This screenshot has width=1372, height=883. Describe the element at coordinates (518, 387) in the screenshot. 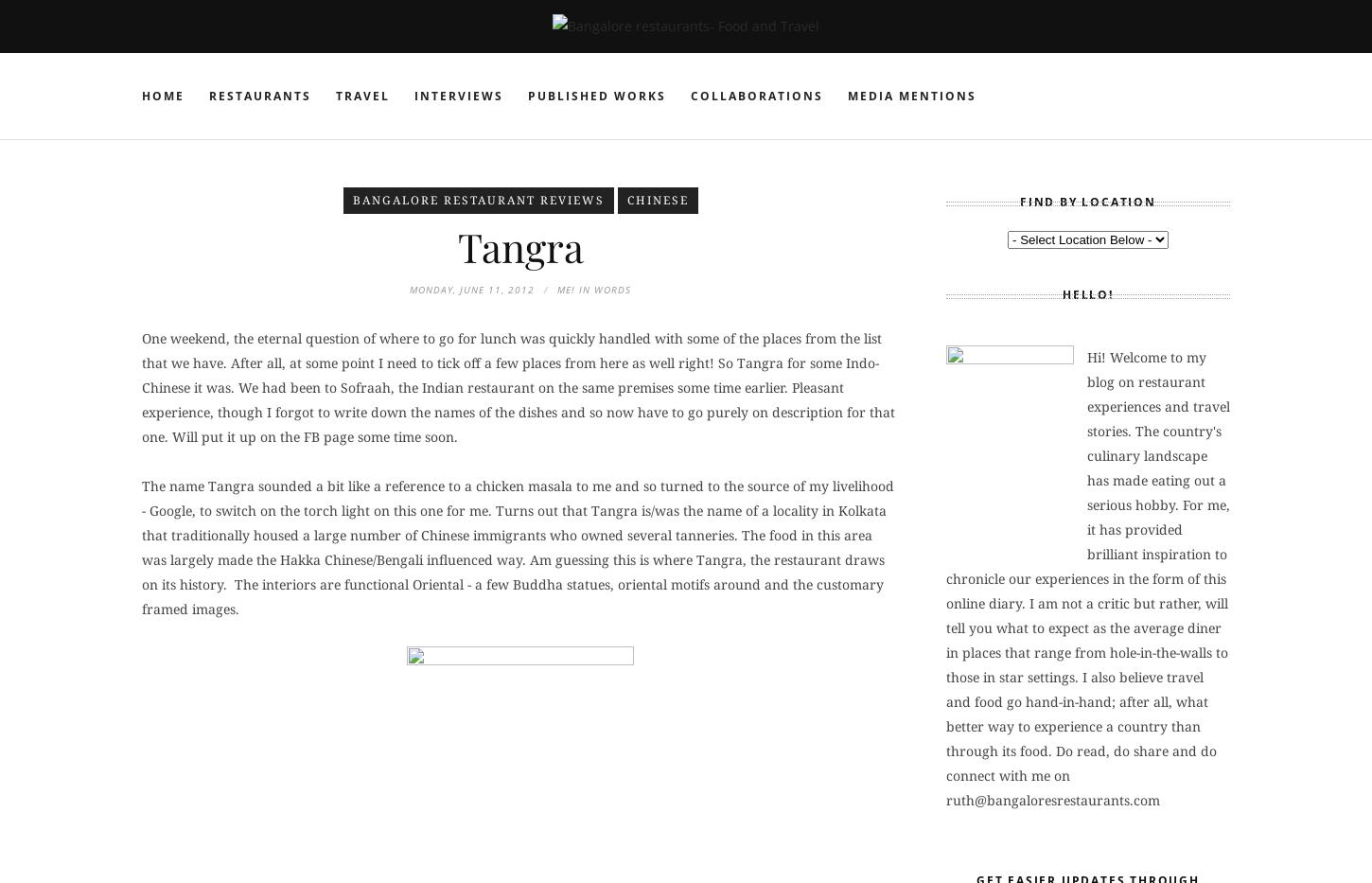

I see `'One weekend, the eternal question of where to go for lunch was quickly handled with some of the places from the list that we have. After all, at some point I need to tick off a few places from here as well right! So Tangra for some Indo-Chinese it was. We had been to Sofraah, the Indian restaurant on the same premises some time earlier. Pleasant experience, though I forgot to write down the names of the dishes and so now have to go purely on description for that one. Will put it up on the FB page some time soon.'` at that location.